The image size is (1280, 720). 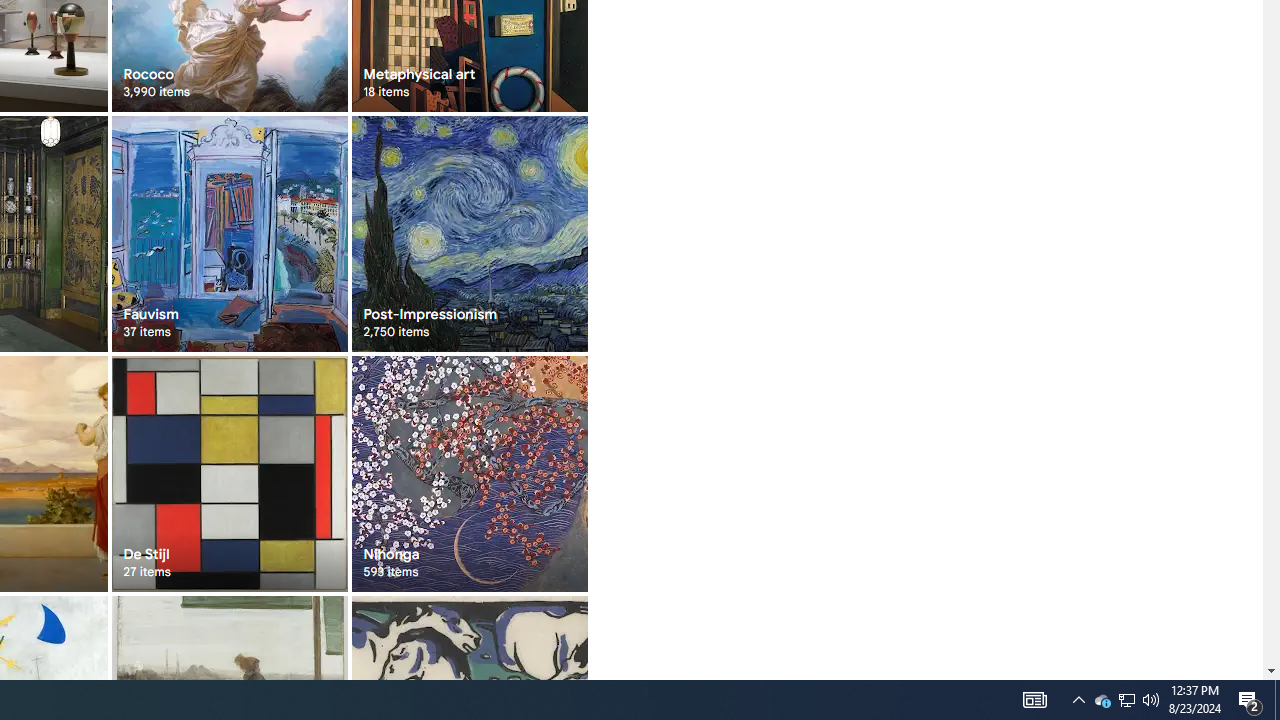 I want to click on 'Fauvism 37 items', so click(x=229, y=233).